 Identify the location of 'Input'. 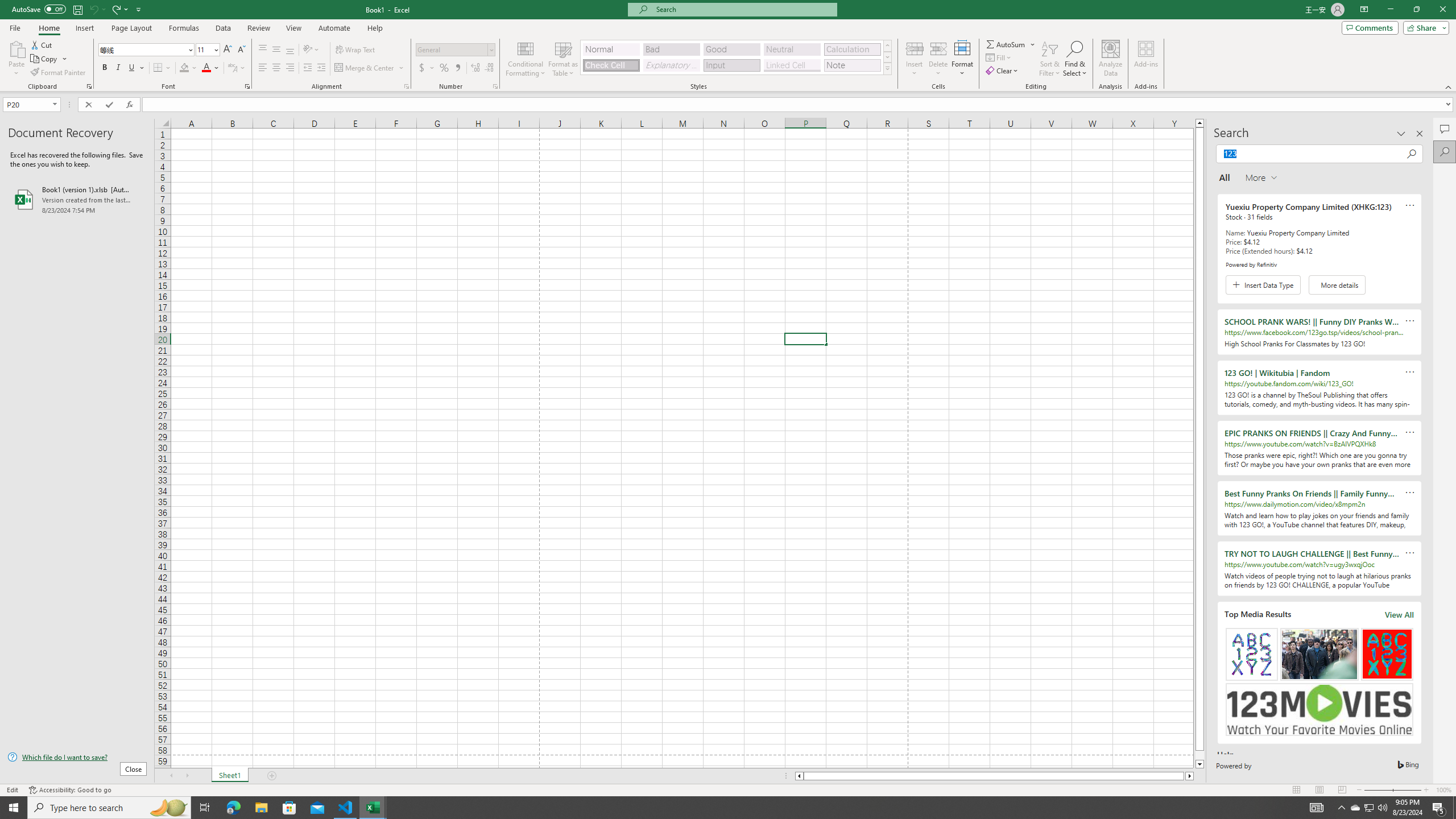
(731, 65).